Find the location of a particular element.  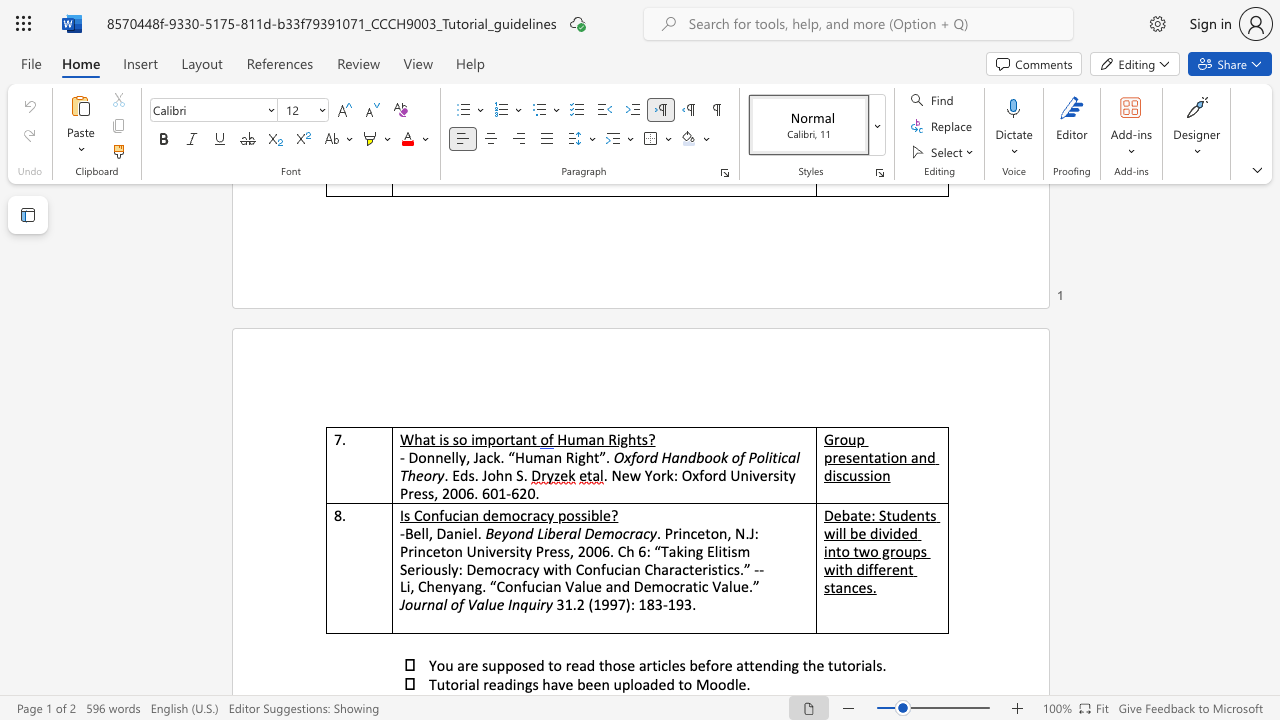

the subset text "rd Han" within the text "Oxford Handbook of Political" is located at coordinates (644, 457).